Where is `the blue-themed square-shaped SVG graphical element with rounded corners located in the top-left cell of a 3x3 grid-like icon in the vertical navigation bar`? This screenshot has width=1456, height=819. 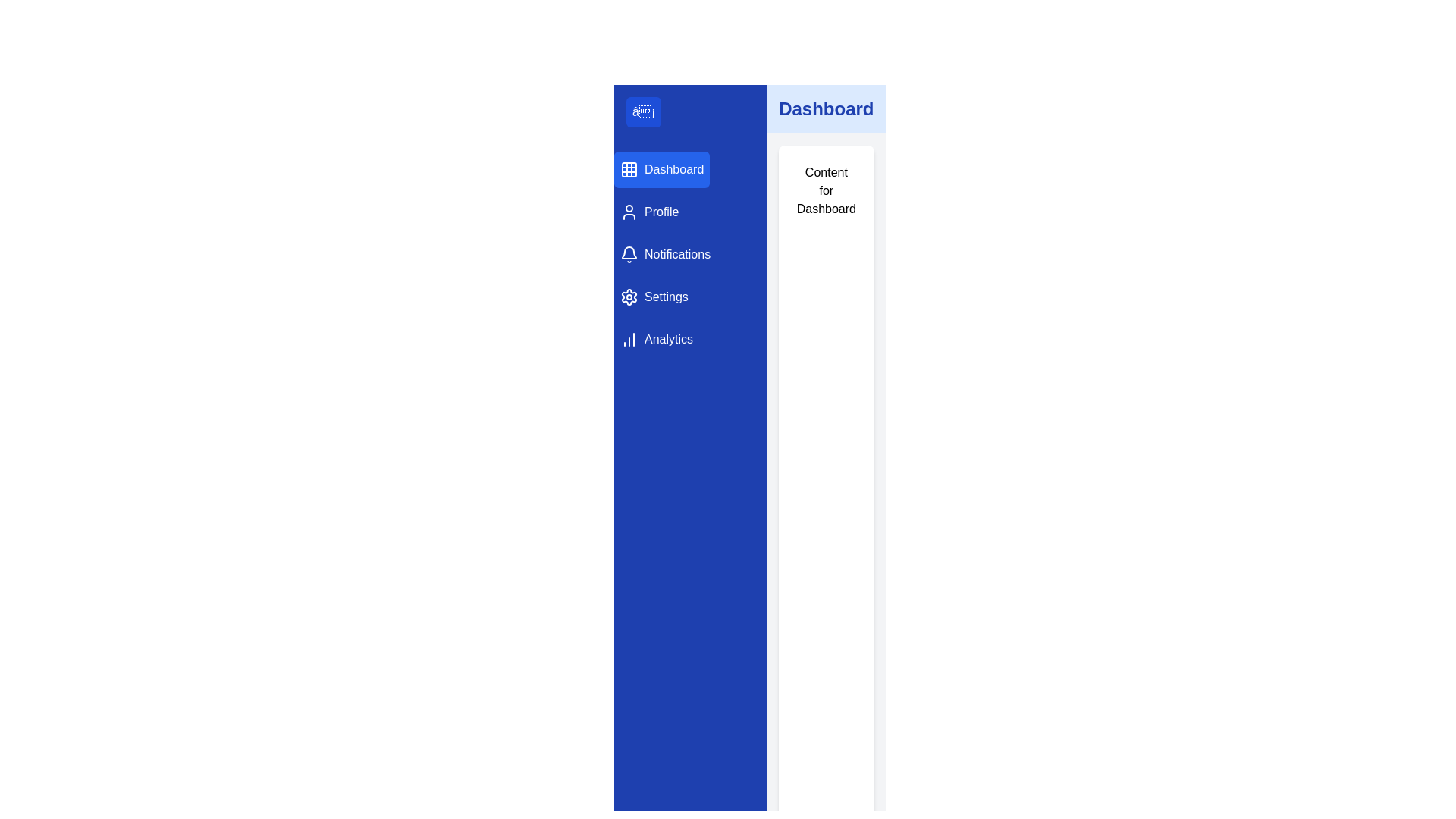 the blue-themed square-shaped SVG graphical element with rounded corners located in the top-left cell of a 3x3 grid-like icon in the vertical navigation bar is located at coordinates (629, 169).